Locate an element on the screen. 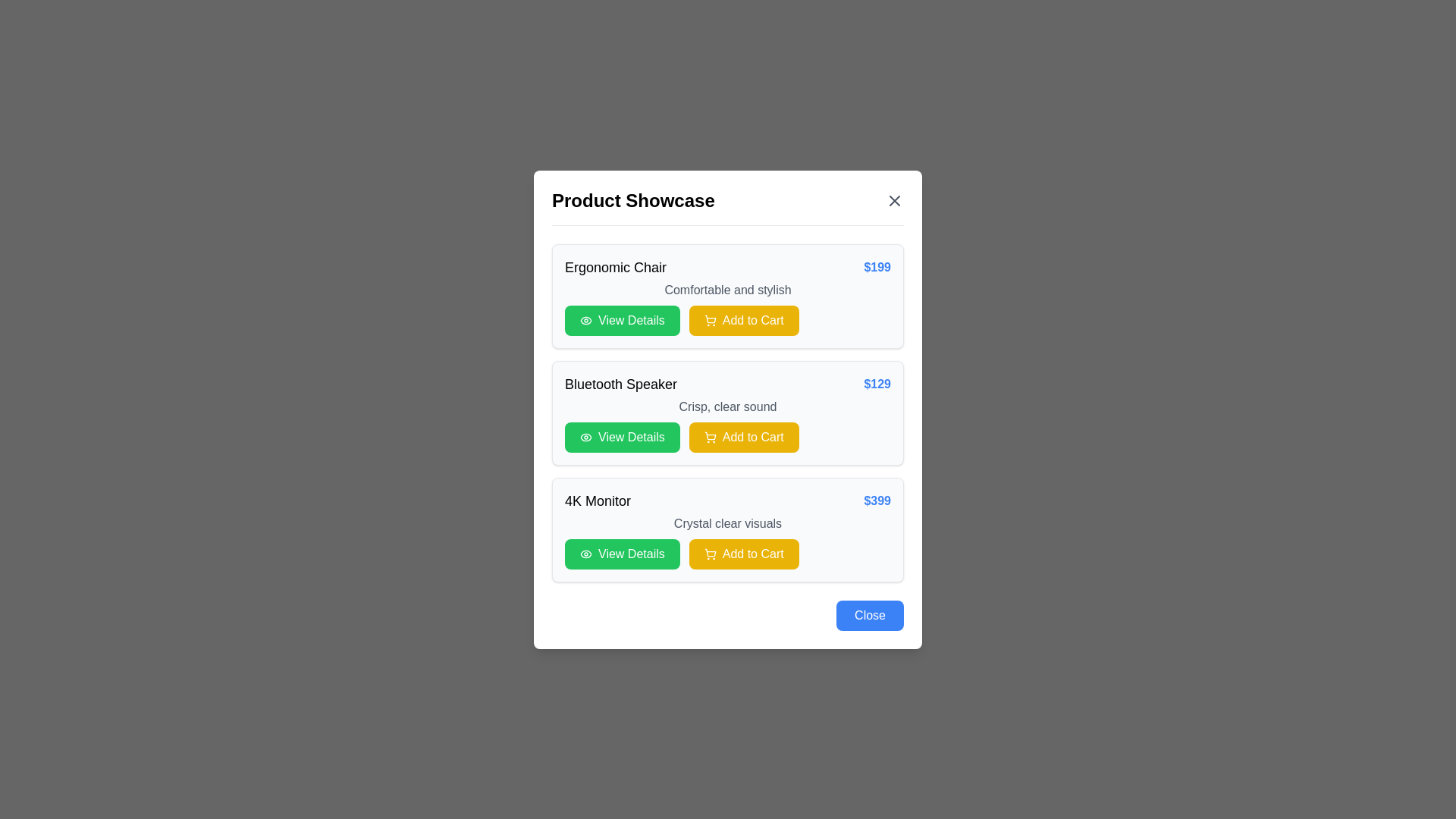 This screenshot has height=819, width=1456. the green rounded rectangular button with white text and a small white eye icon is located at coordinates (622, 319).